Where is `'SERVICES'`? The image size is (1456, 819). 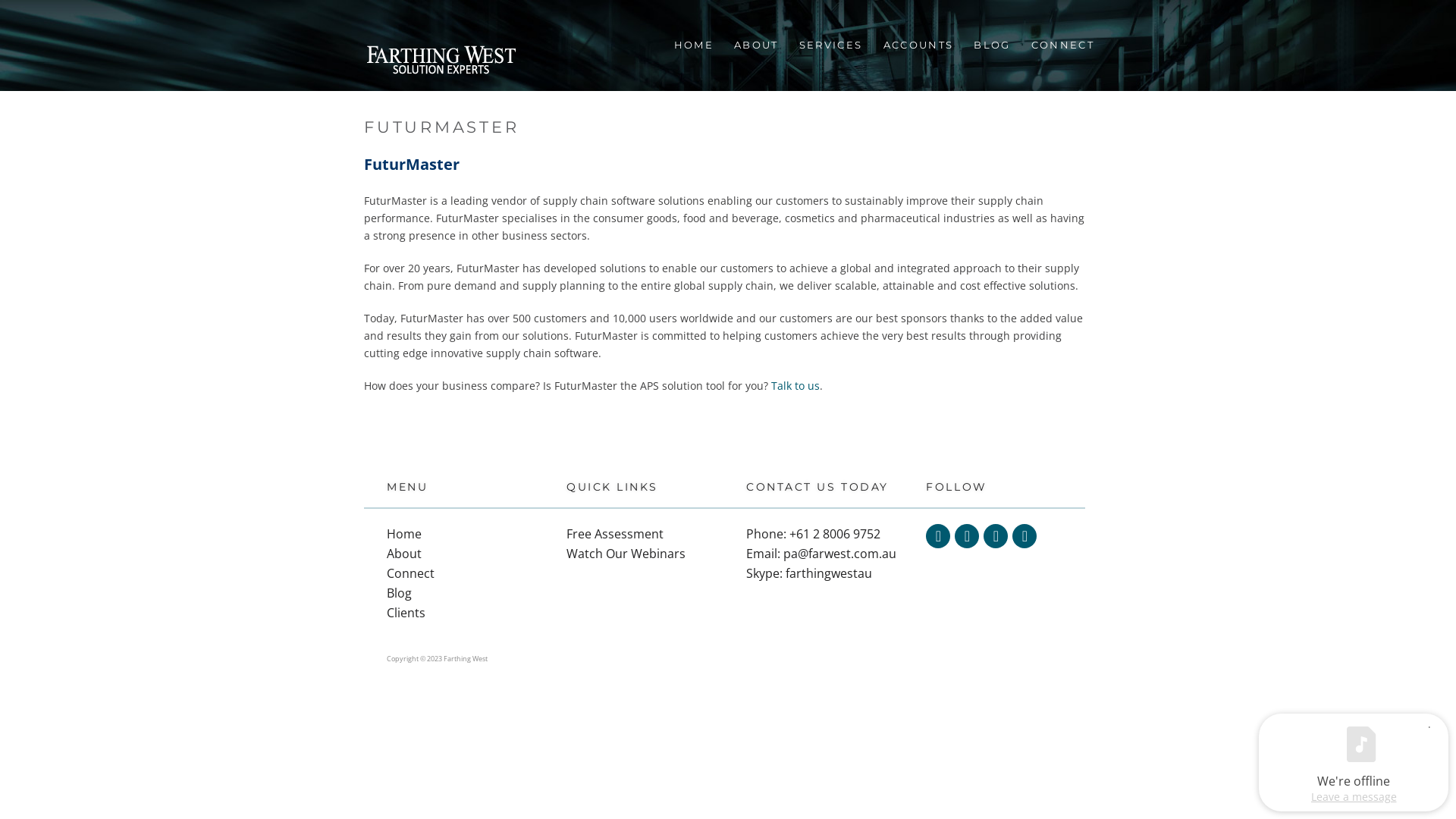
'SERVICES' is located at coordinates (829, 44).